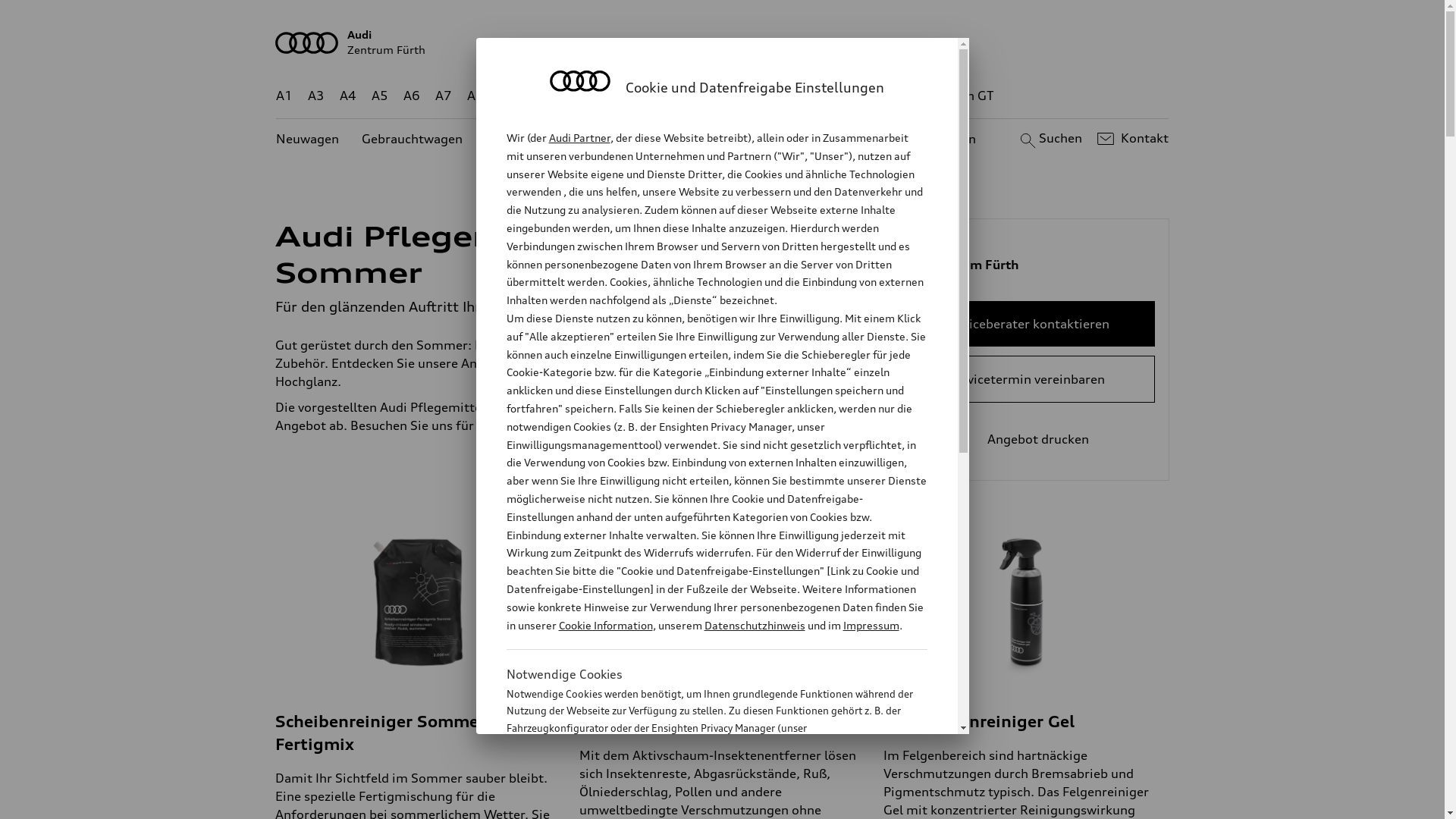 The width and height of the screenshot is (1456, 819). What do you see at coordinates (852, 96) in the screenshot?
I see `'RS'` at bounding box center [852, 96].